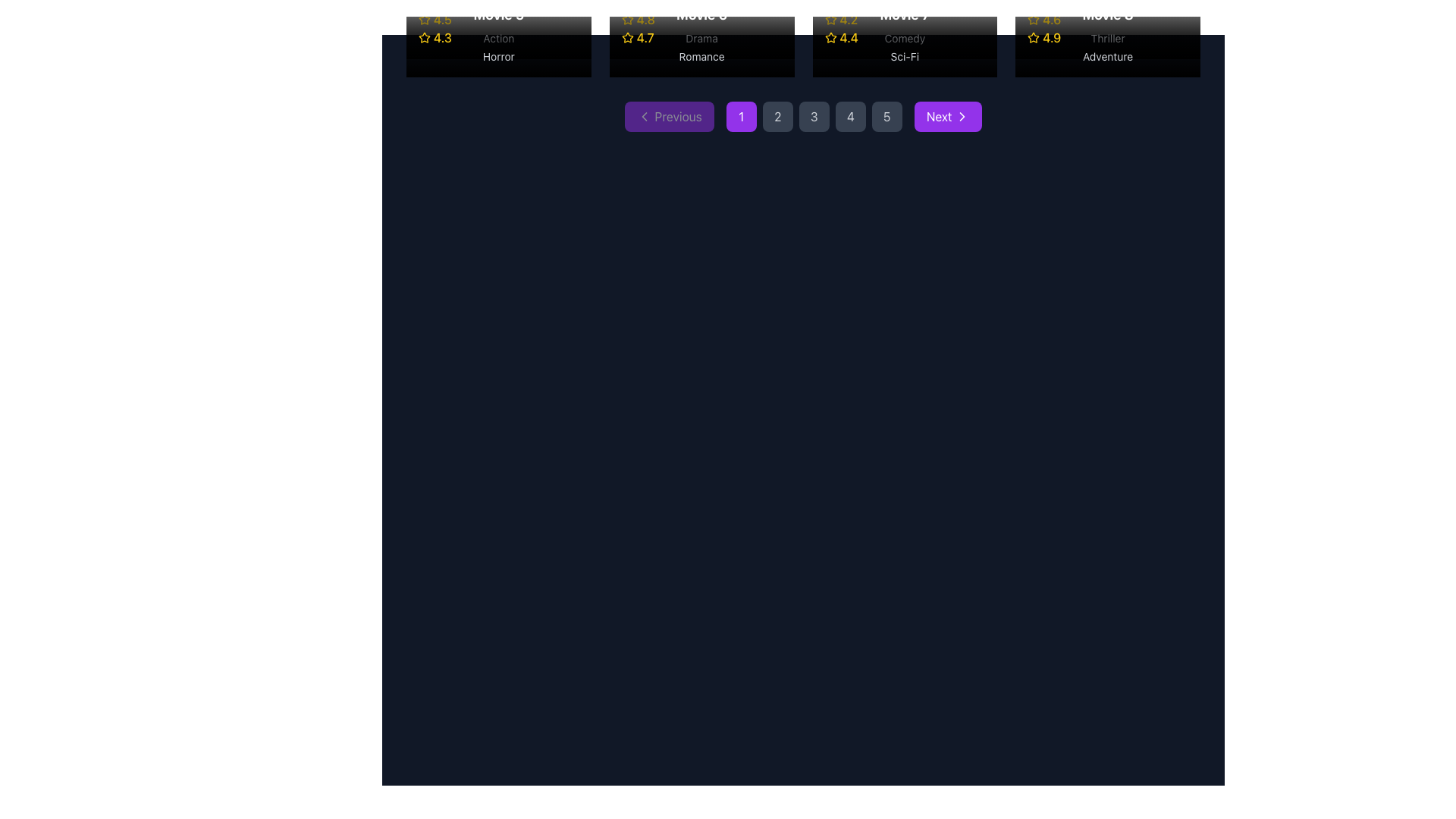  Describe the element at coordinates (1108, 20) in the screenshot. I see `the rating indicator displaying a yellow star icon and the text '4.6' located beneath the title 'Movie 4'` at that location.